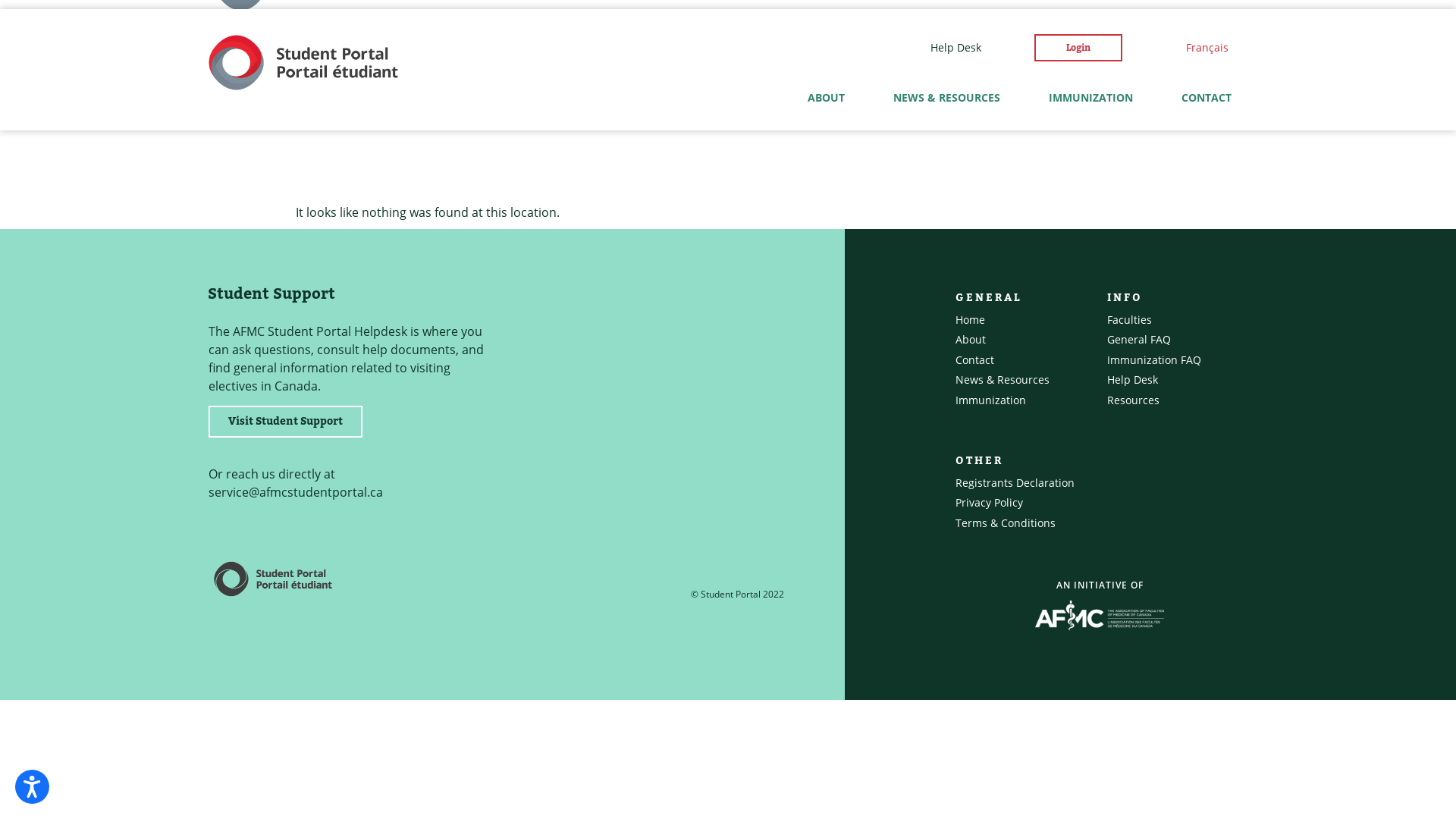 The width and height of the screenshot is (1456, 819). I want to click on 'service@afmcstudentportal.ca', so click(295, 491).